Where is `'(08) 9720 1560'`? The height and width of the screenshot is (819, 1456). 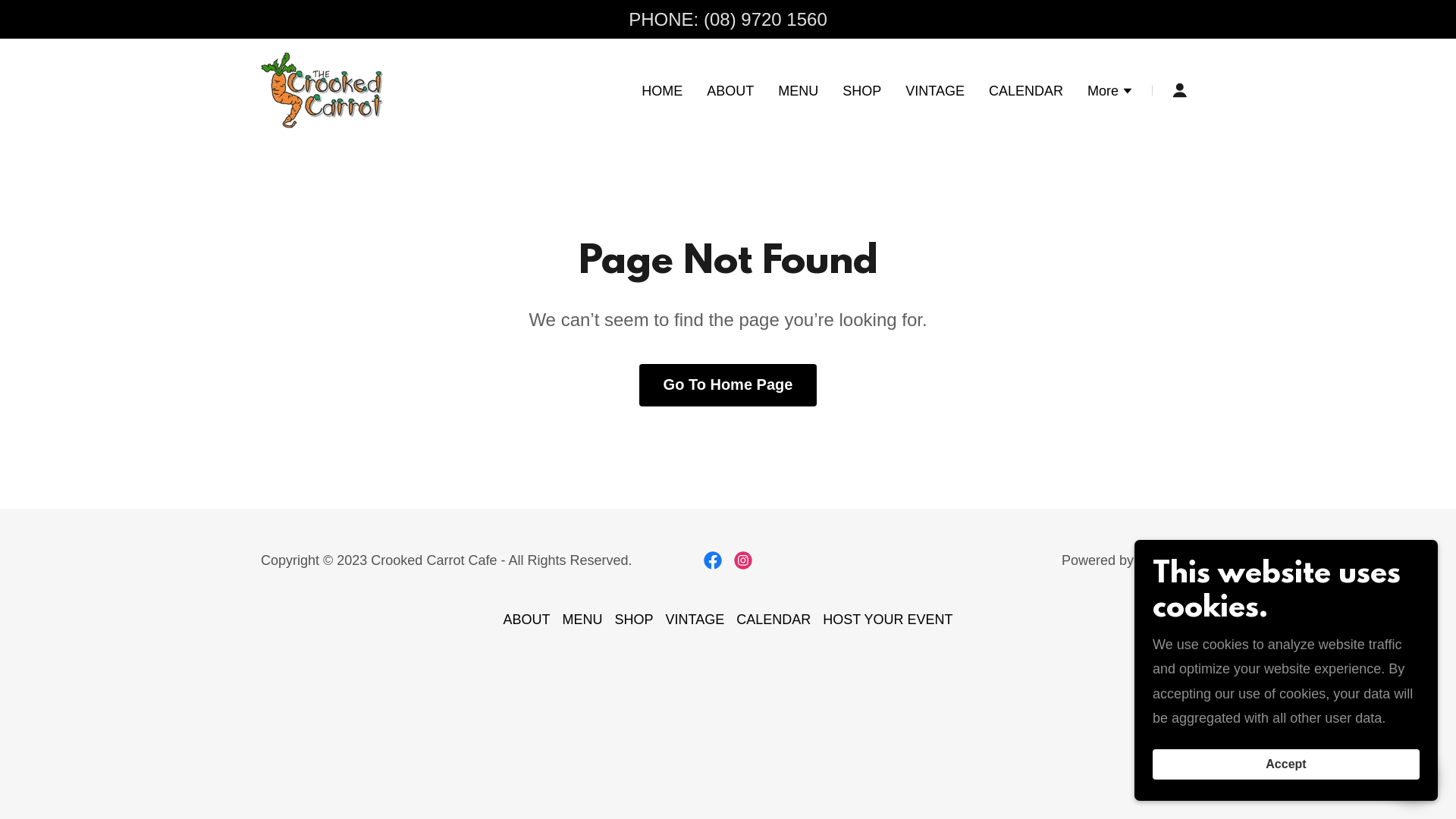
'(08) 9720 1560' is located at coordinates (765, 19).